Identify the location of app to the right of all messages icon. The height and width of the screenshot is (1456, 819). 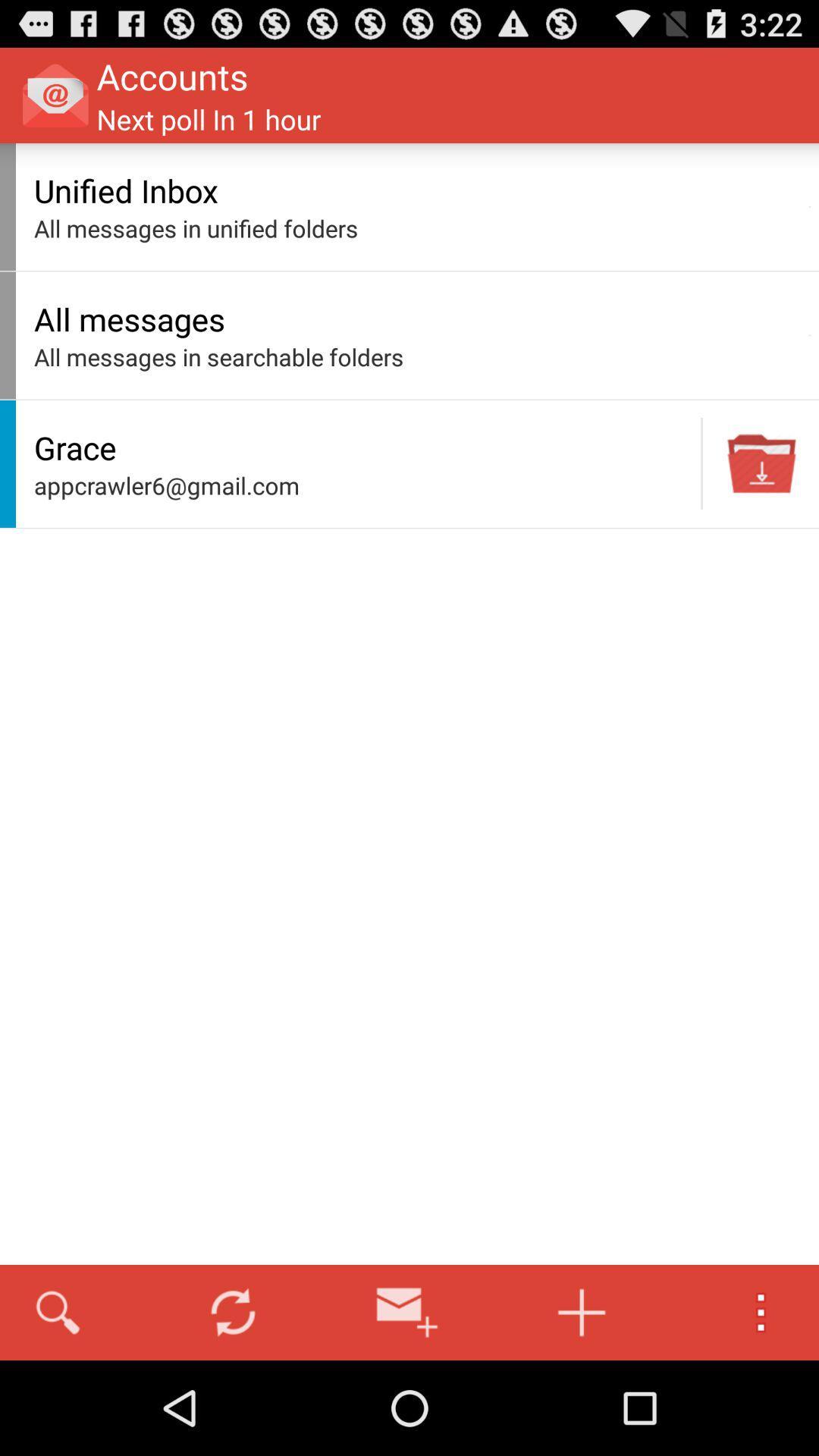
(809, 334).